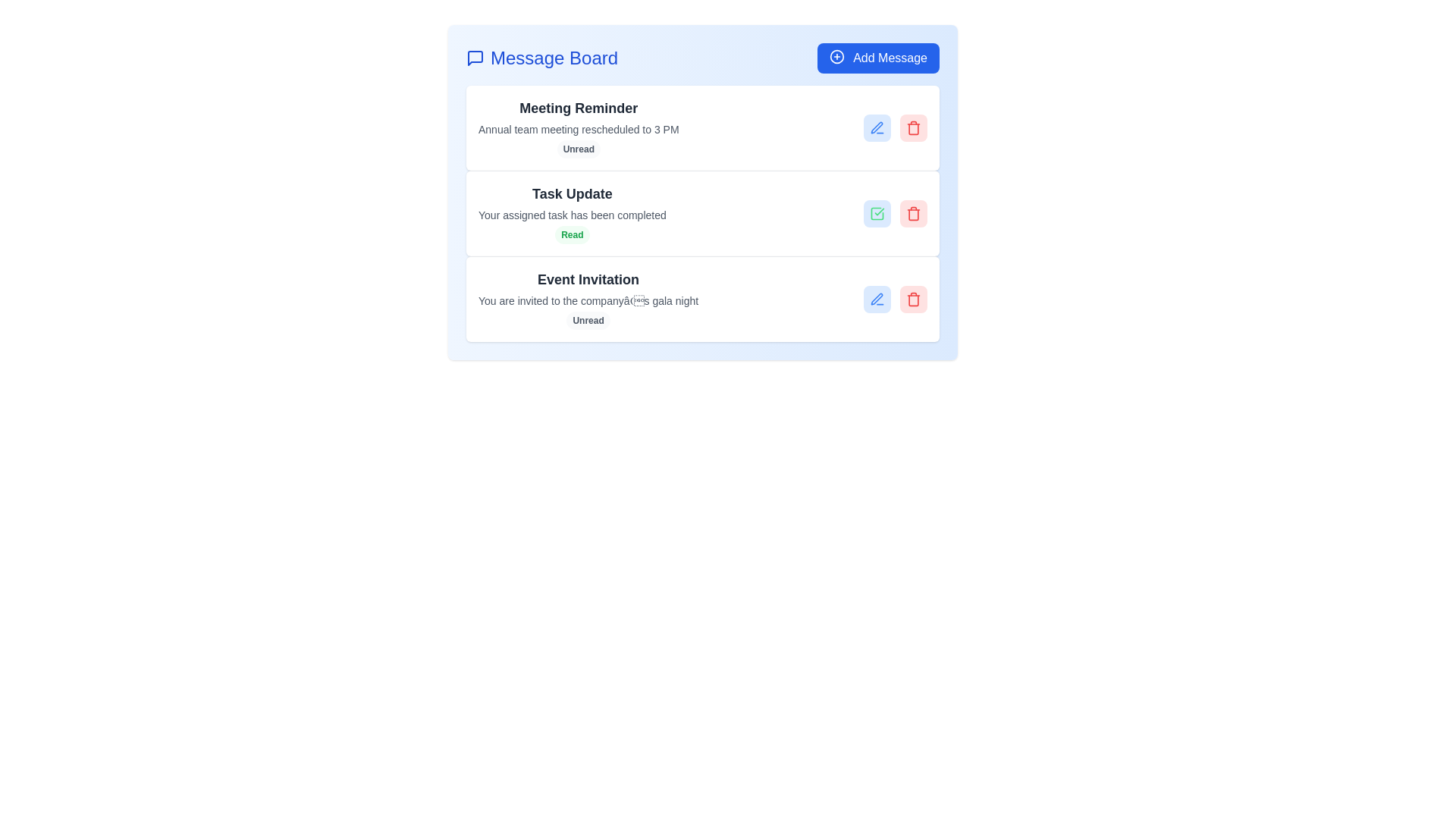 The image size is (1456, 819). Describe the element at coordinates (877, 127) in the screenshot. I see `the edit icon located on the far right of the first item in the vertical list, next to the 'Meeting Reminder' title to initiate edit mode` at that location.